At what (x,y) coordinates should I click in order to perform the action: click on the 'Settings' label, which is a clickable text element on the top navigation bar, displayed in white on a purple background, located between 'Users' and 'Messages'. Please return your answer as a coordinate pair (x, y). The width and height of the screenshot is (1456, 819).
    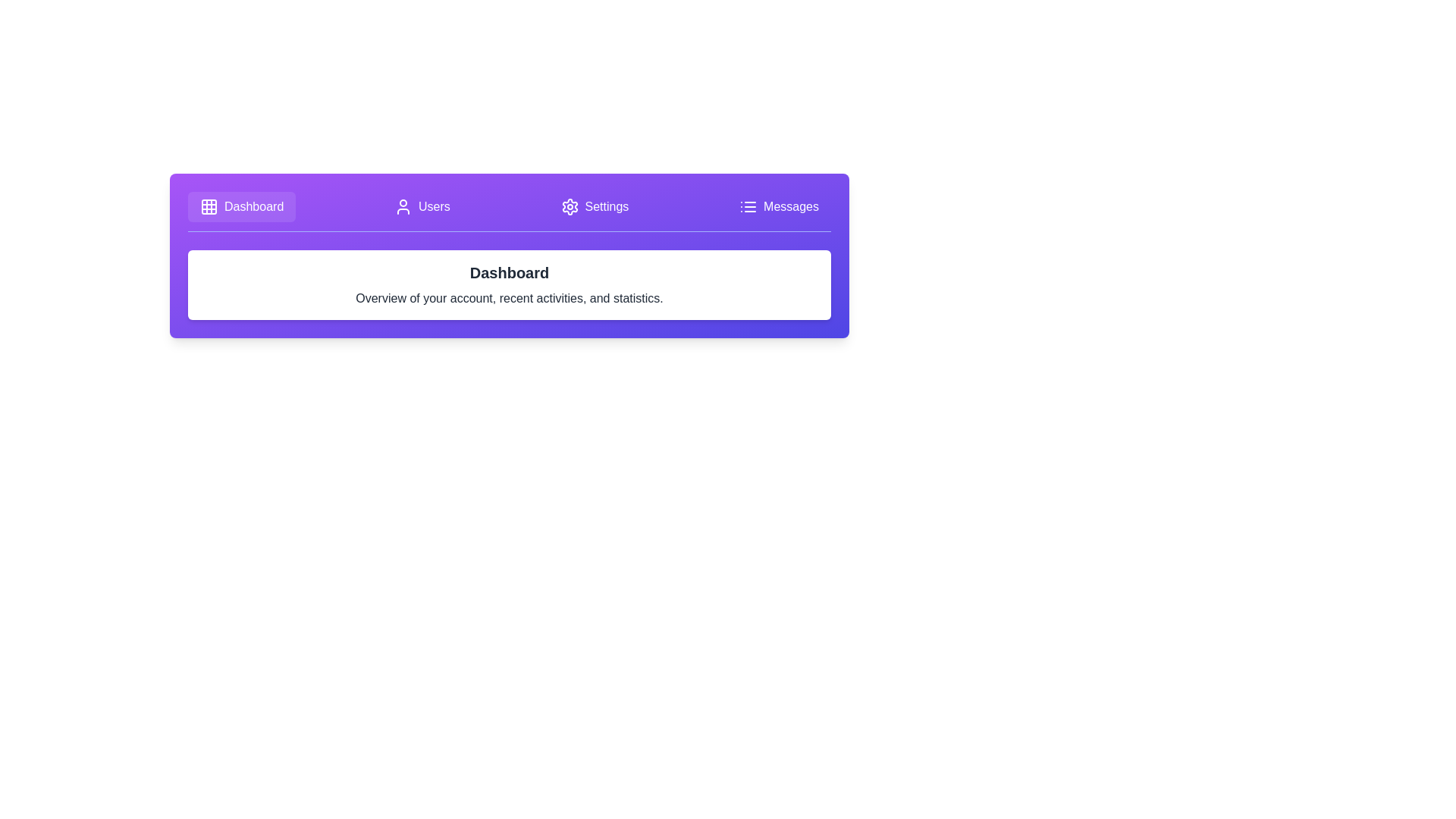
    Looking at the image, I should click on (607, 207).